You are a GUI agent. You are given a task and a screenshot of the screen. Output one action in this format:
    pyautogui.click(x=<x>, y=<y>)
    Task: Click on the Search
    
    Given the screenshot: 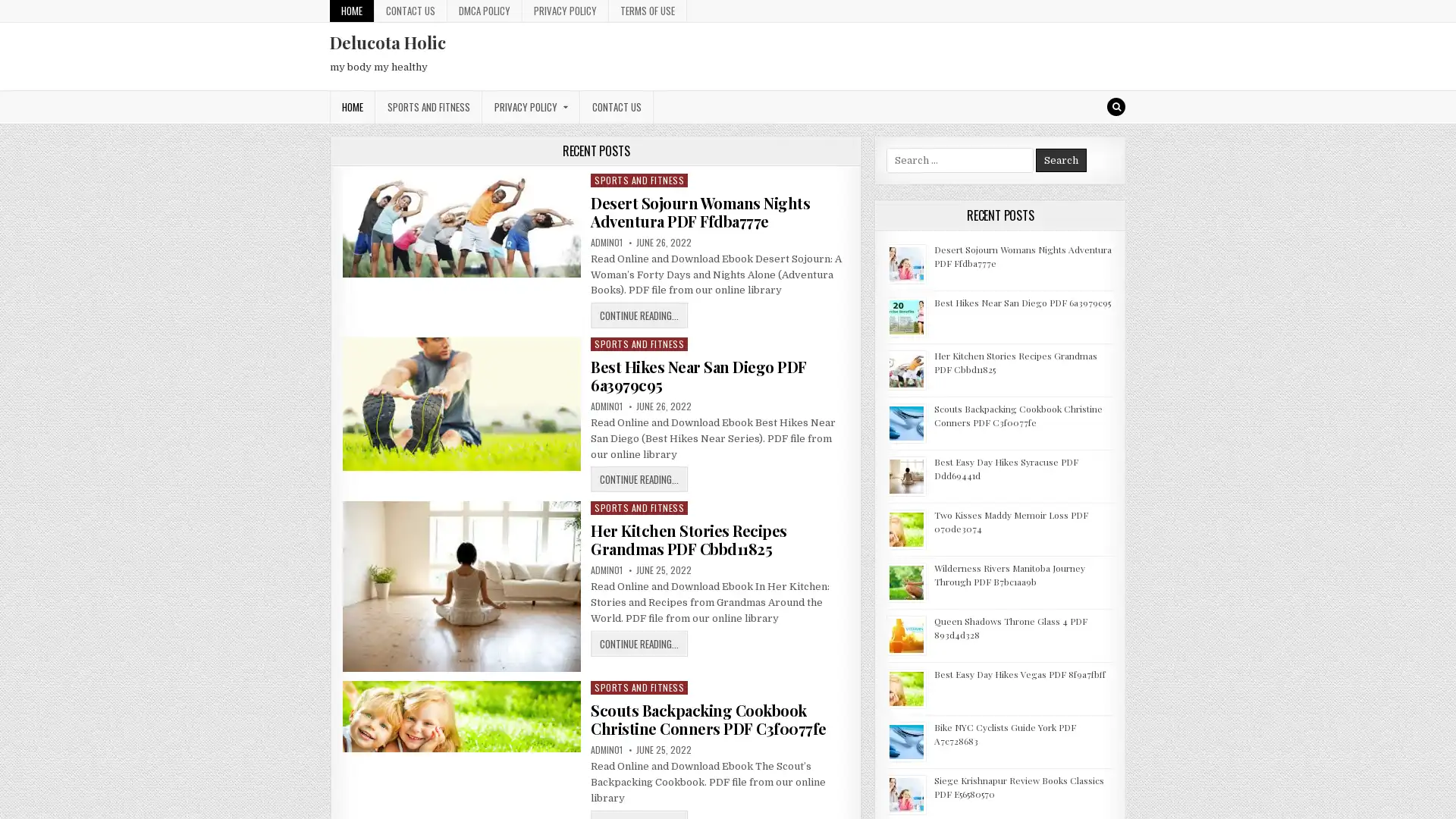 What is the action you would take?
    pyautogui.click(x=1060, y=160)
    